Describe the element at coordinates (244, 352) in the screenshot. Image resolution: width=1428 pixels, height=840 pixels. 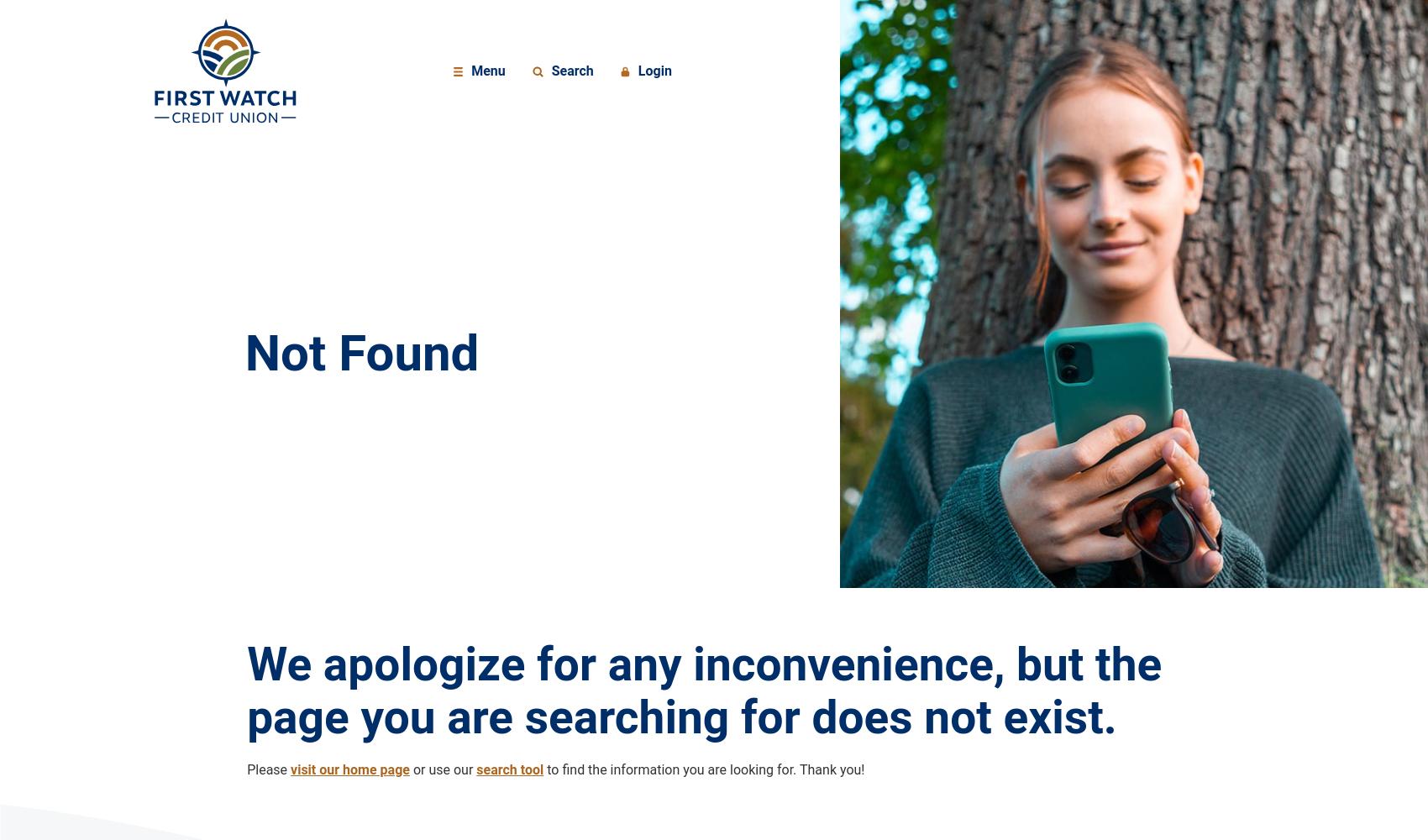
I see `'Not Found'` at that location.